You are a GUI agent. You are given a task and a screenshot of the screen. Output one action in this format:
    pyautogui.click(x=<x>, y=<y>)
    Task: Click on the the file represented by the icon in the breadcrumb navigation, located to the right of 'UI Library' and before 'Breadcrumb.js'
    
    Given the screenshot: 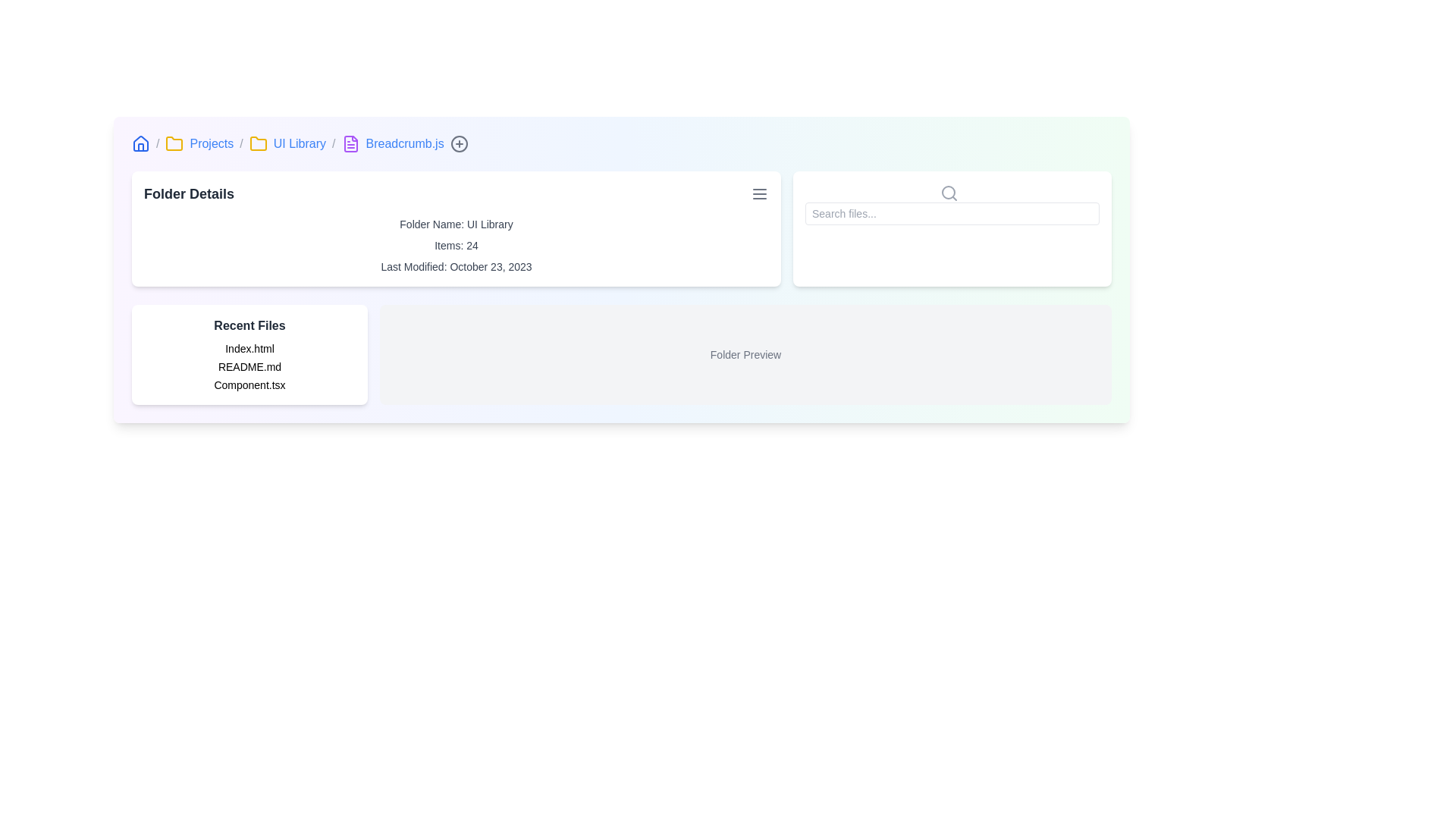 What is the action you would take?
    pyautogui.click(x=350, y=143)
    